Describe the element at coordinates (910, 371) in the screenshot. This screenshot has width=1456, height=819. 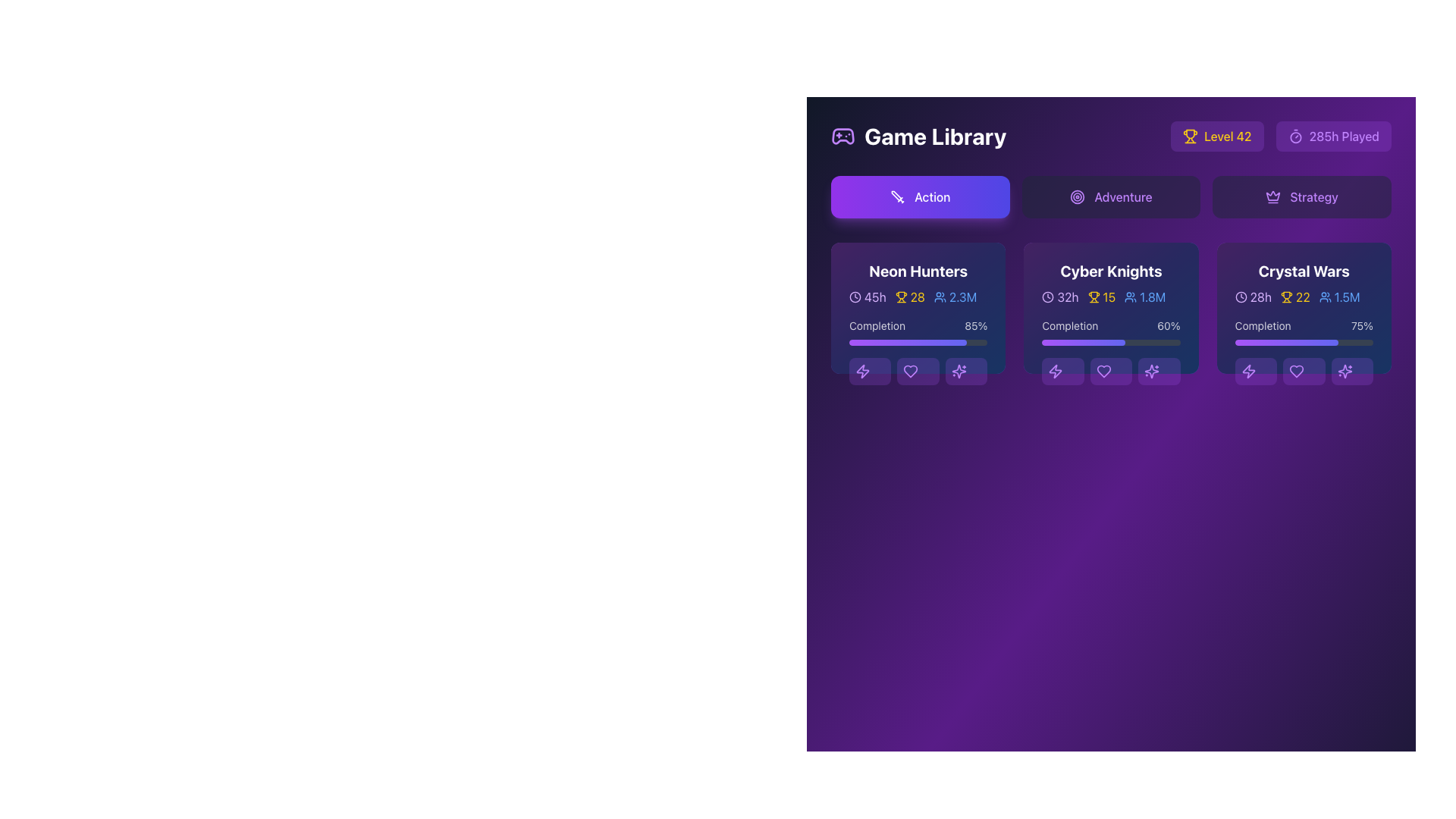
I see `the heart icon button outlined in purple with a rounded purple background, located near the bottom of the 'Neon Hunters' game card` at that location.